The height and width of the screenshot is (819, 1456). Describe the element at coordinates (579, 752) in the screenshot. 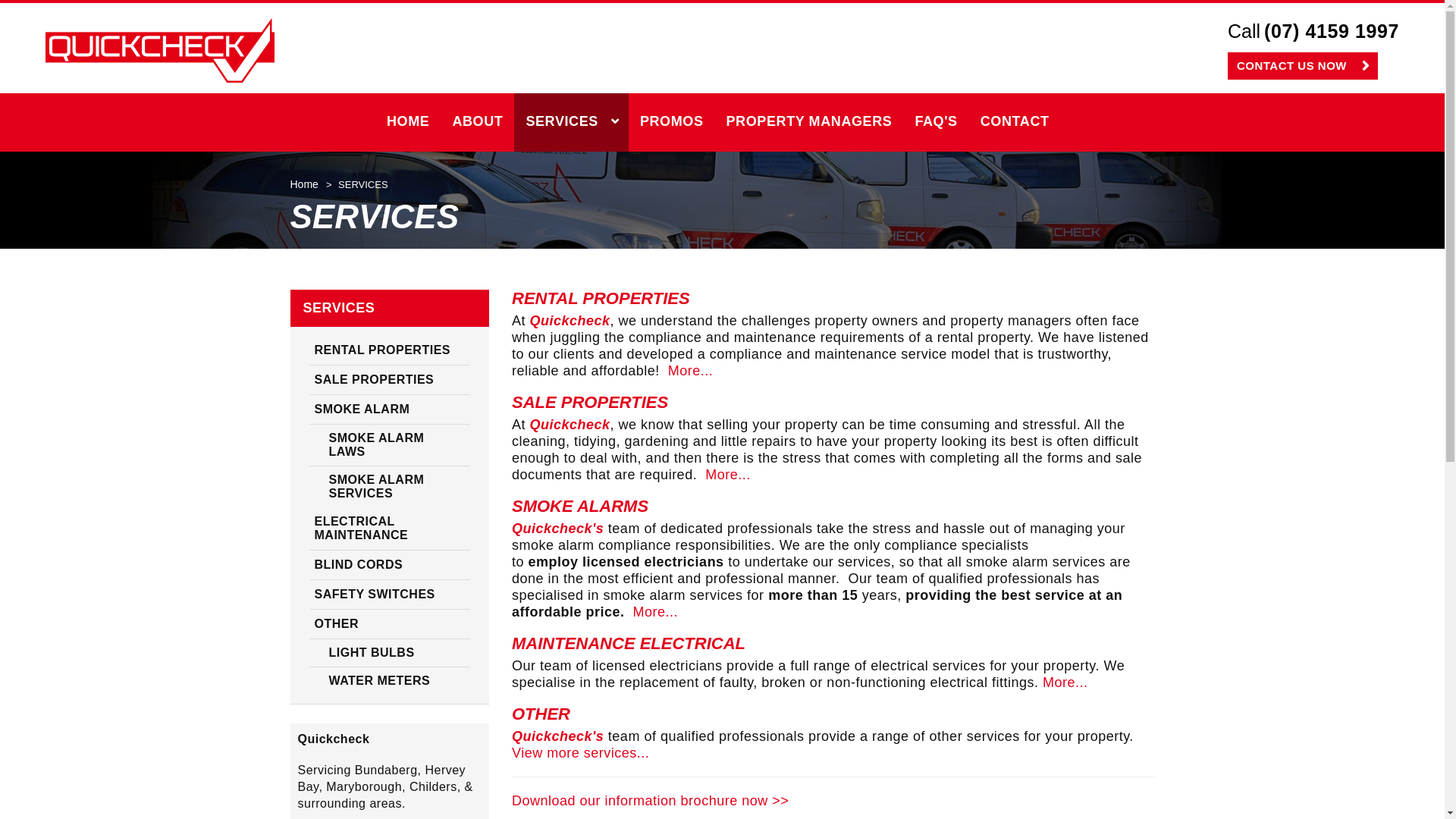

I see `'View more services...'` at that location.